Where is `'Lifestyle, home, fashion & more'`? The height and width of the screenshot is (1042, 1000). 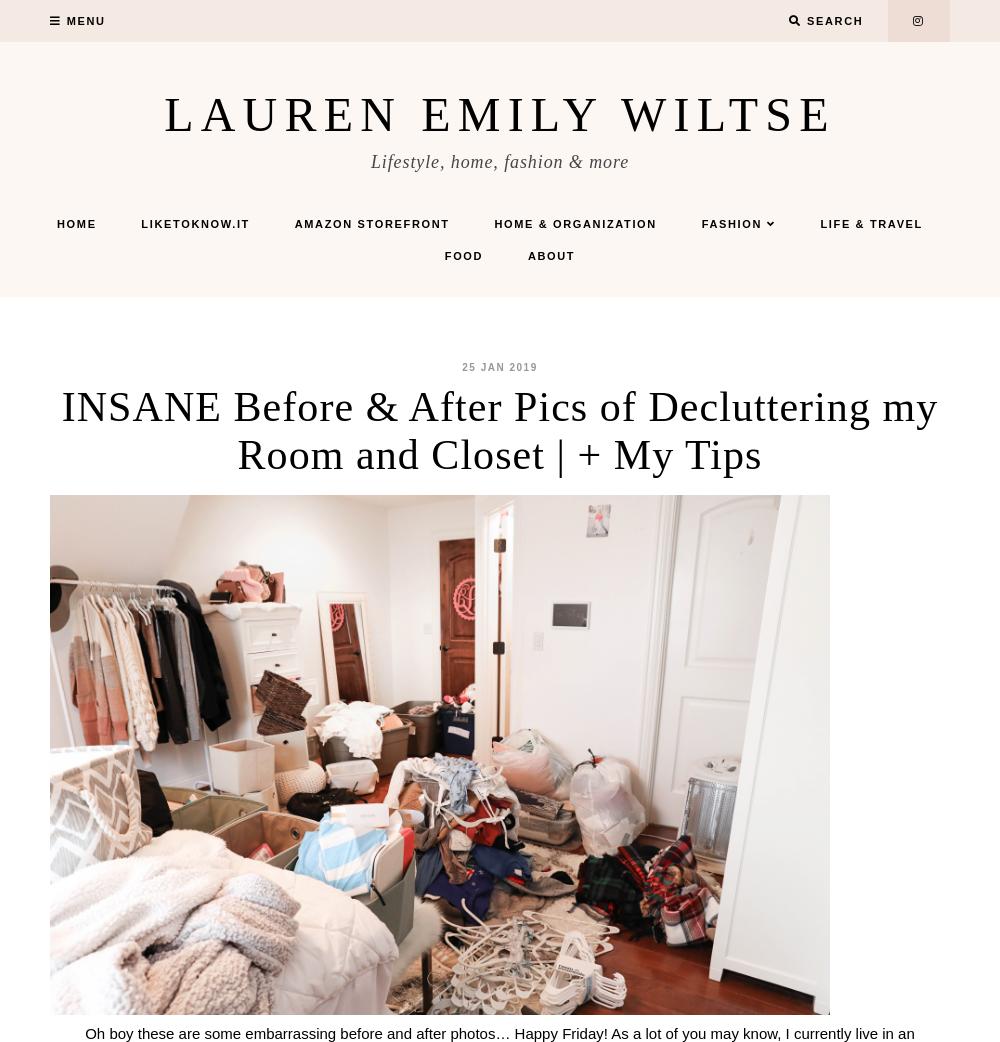
'Lifestyle, home, fashion & more' is located at coordinates (369, 162).